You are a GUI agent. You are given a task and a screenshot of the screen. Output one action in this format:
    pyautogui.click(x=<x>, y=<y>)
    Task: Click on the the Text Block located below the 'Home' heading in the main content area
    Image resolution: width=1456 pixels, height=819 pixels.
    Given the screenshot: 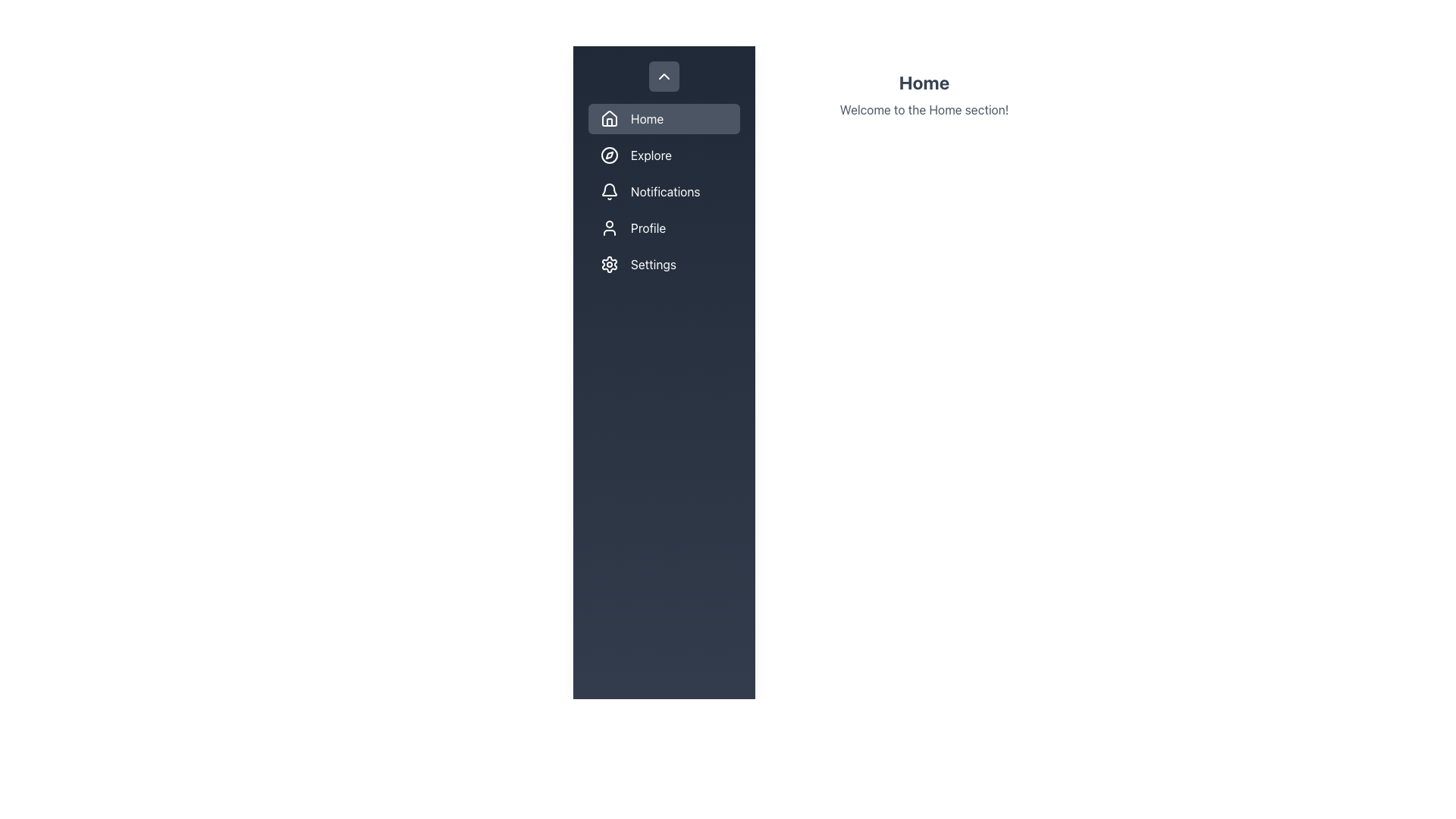 What is the action you would take?
    pyautogui.click(x=924, y=109)
    